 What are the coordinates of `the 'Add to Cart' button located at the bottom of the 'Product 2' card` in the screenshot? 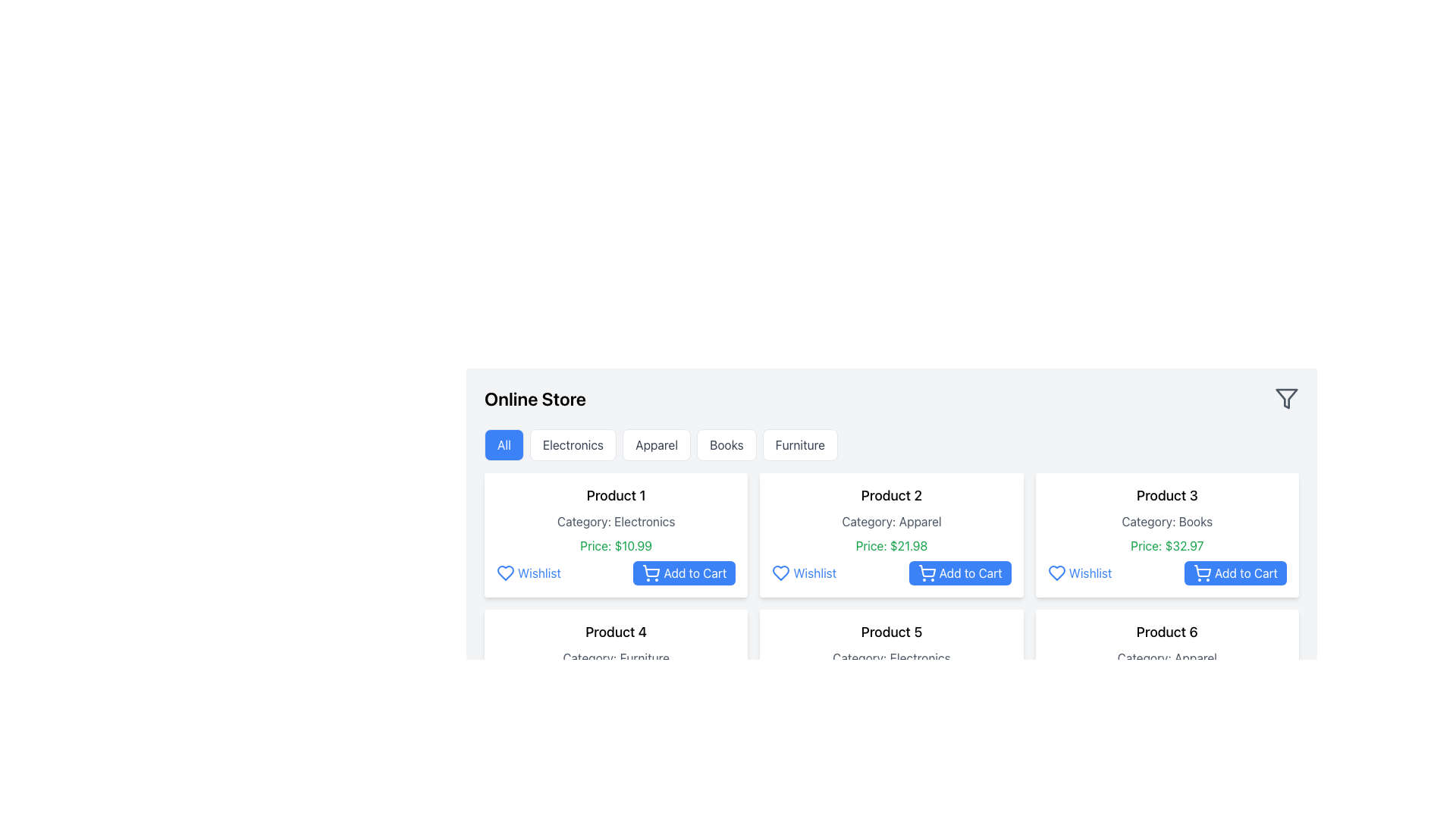 It's located at (892, 573).